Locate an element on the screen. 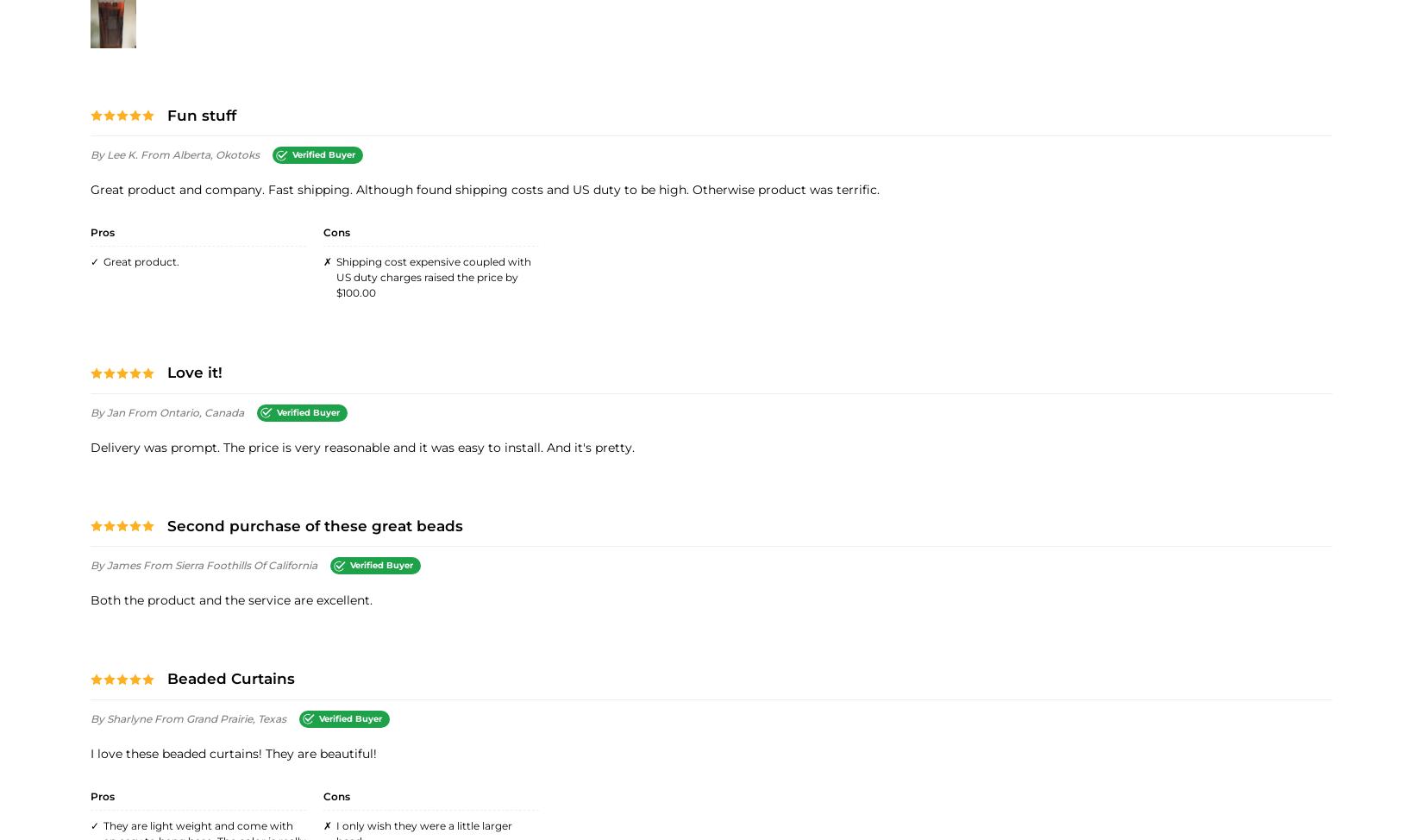 This screenshot has height=840, width=1423. 'from Ontario,  Canada' is located at coordinates (185, 411).